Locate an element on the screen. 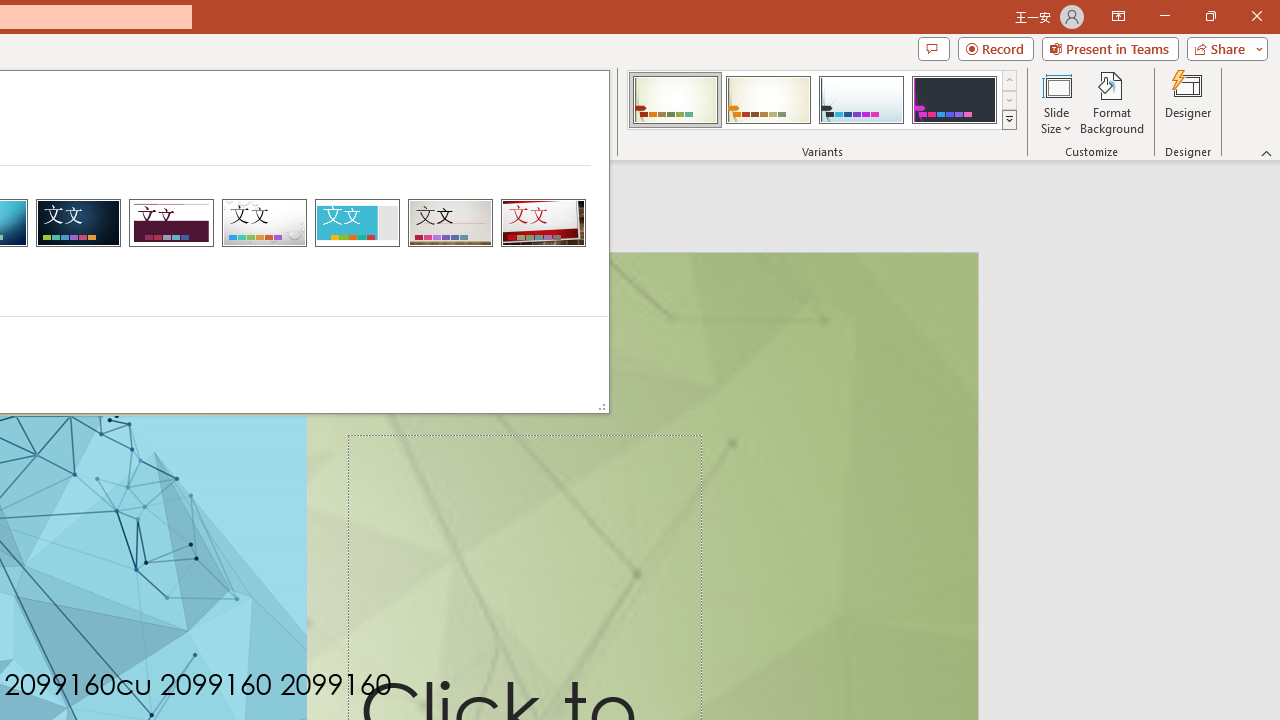  'Slide Size' is located at coordinates (1055, 103).